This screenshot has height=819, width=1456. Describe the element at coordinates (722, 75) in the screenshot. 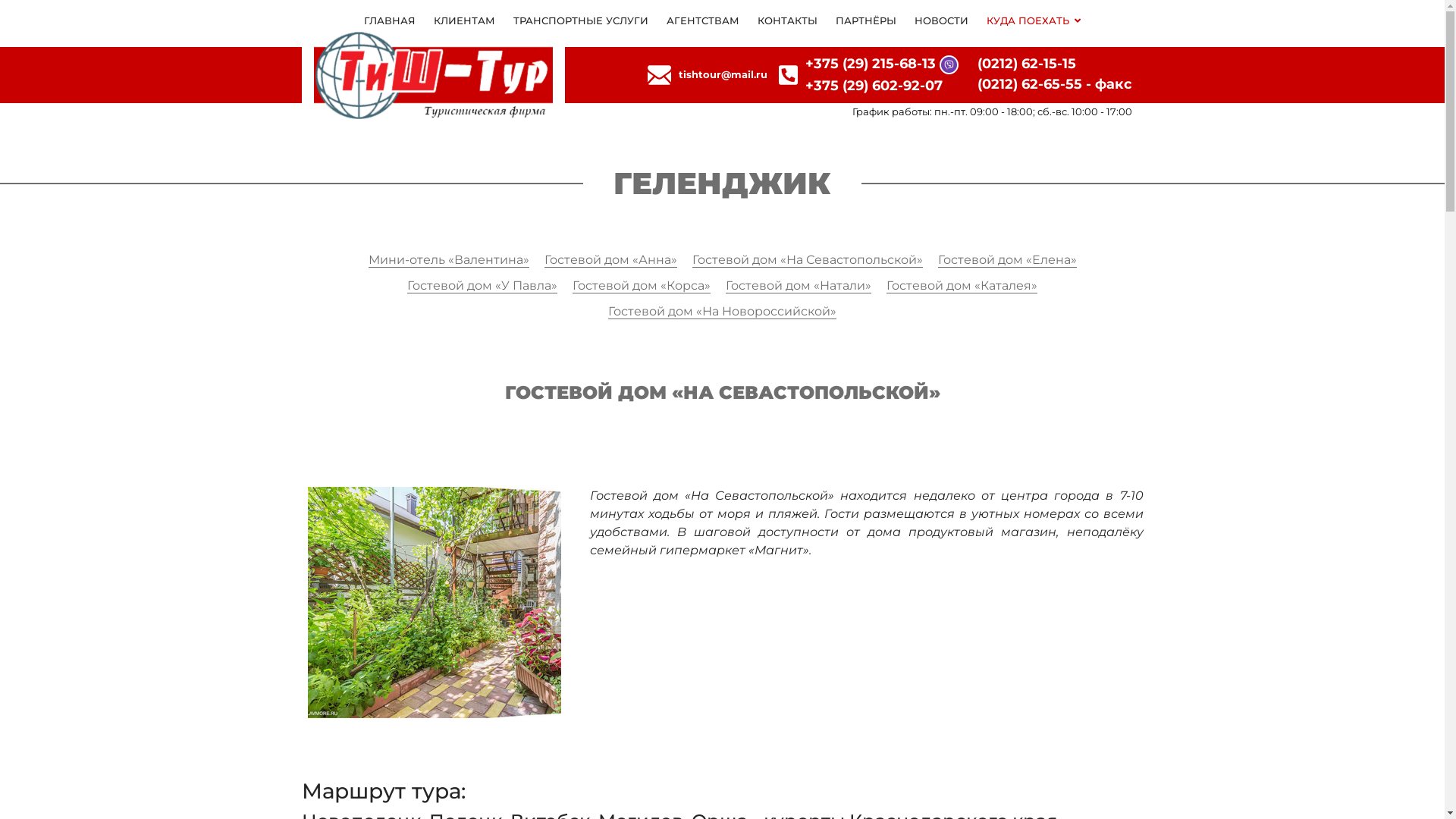

I see `'tishtour@mail.ru'` at that location.